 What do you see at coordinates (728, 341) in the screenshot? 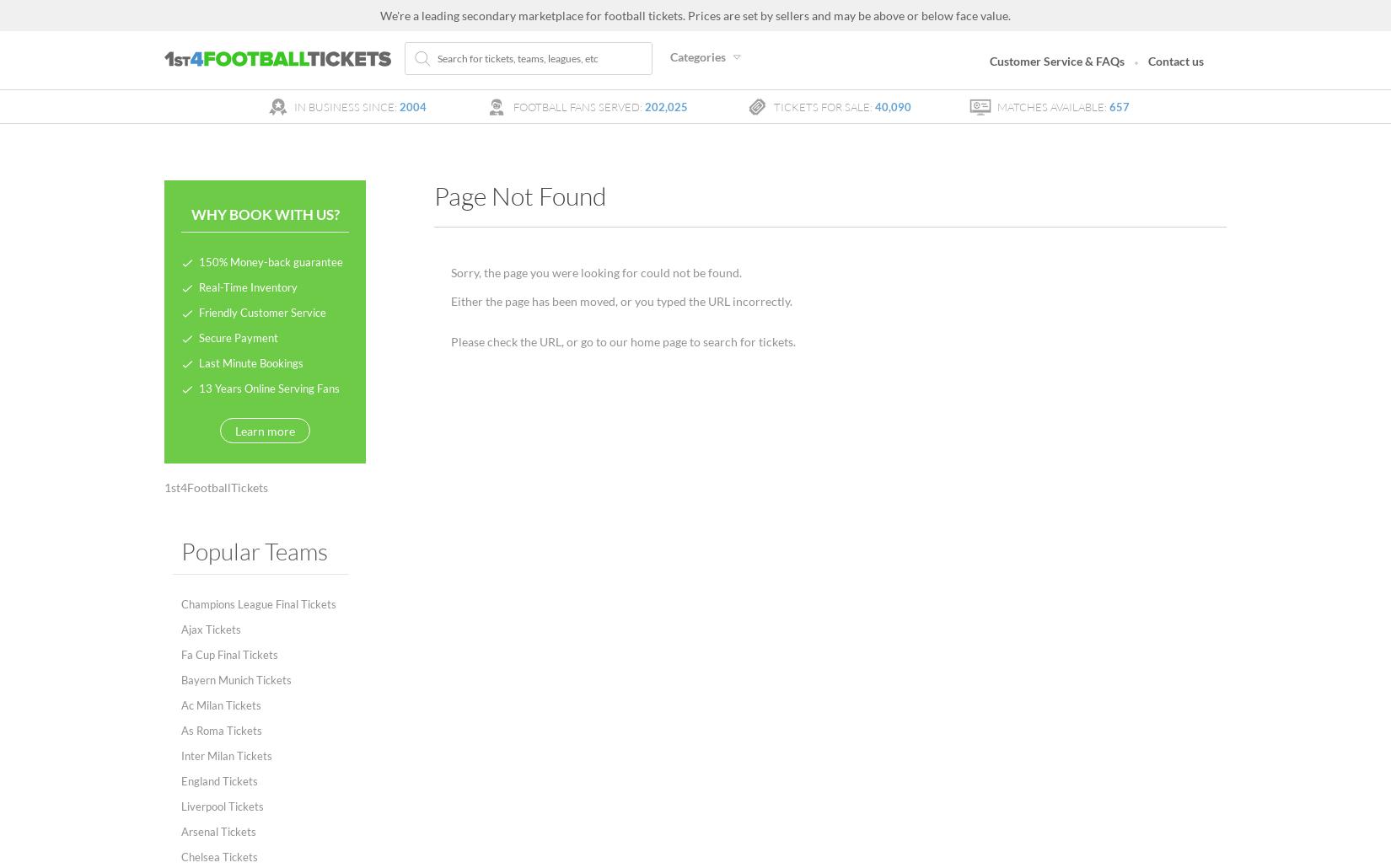
I see `'page to search for tickets.'` at bounding box center [728, 341].